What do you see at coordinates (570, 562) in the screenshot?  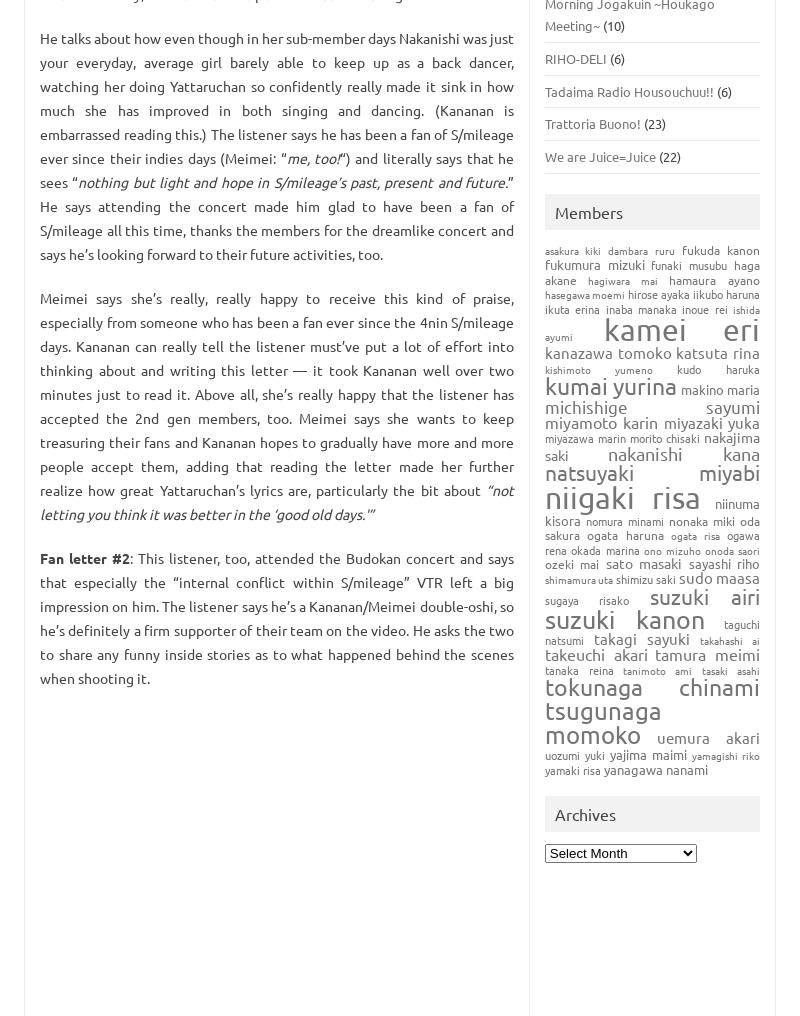 I see `'Ozeki Mai'` at bounding box center [570, 562].